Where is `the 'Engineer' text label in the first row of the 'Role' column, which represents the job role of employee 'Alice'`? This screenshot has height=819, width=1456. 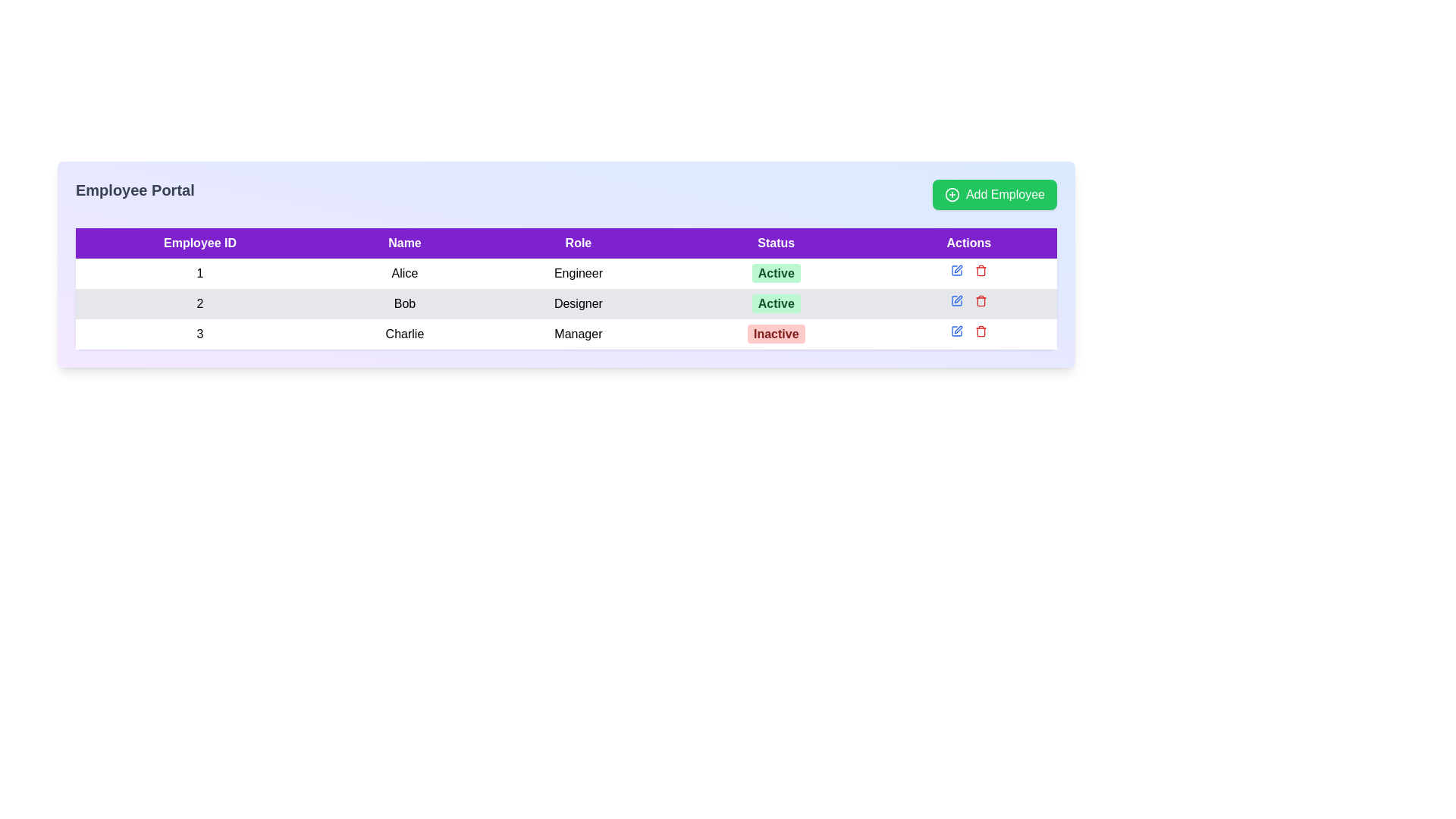 the 'Engineer' text label in the first row of the 'Role' column, which represents the job role of employee 'Alice' is located at coordinates (578, 274).